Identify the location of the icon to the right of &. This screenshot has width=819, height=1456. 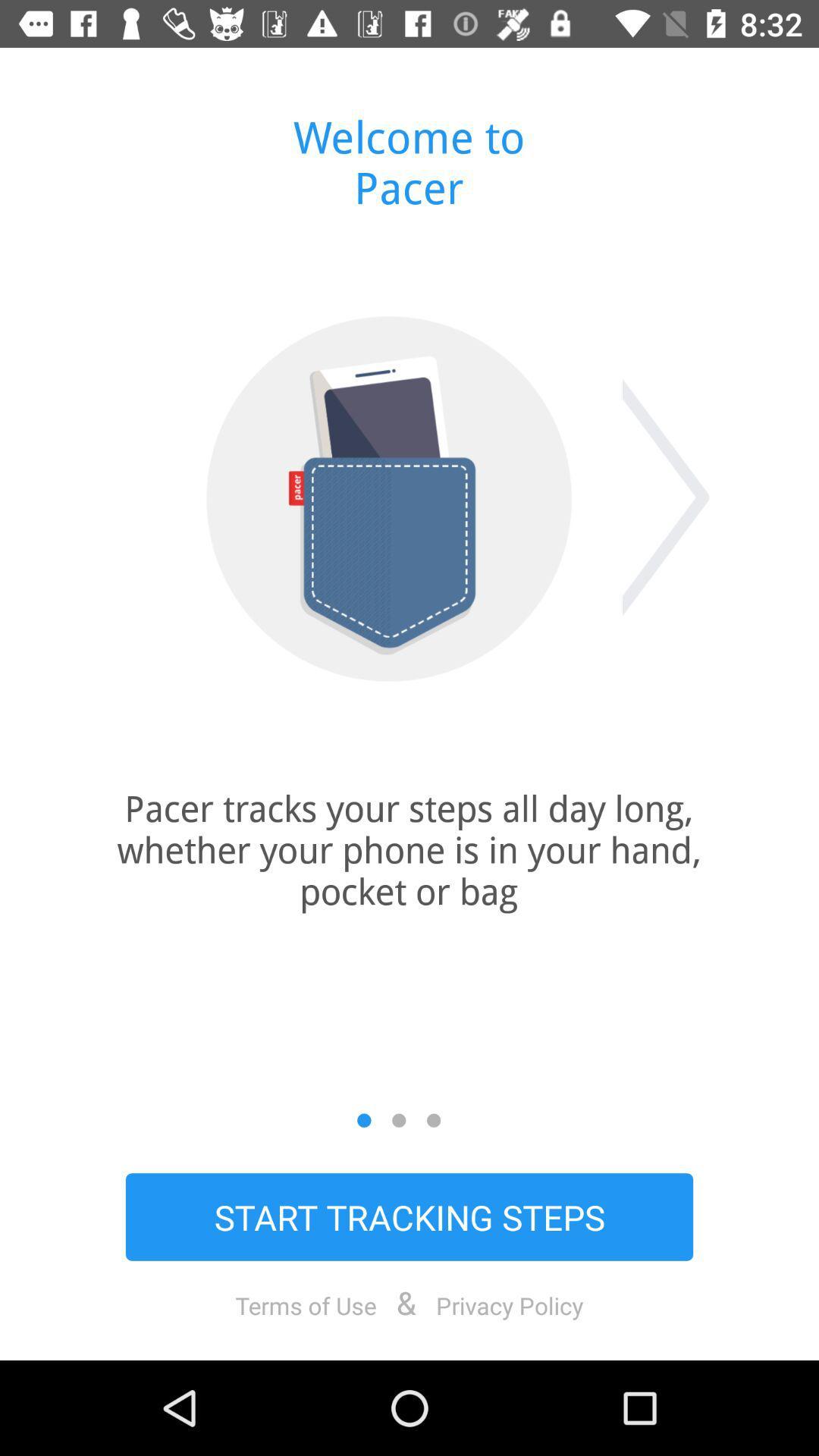
(510, 1304).